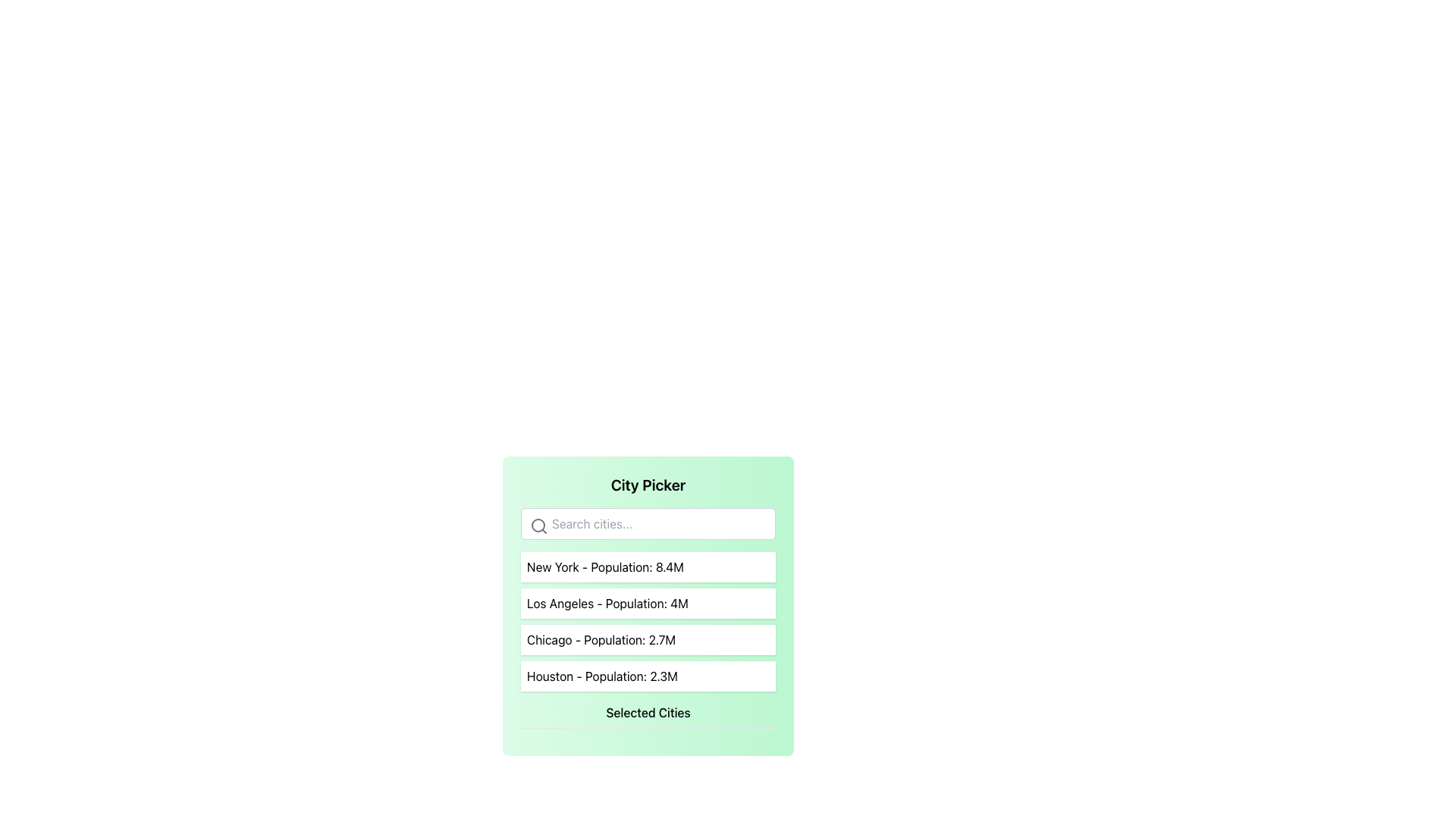 This screenshot has width=1456, height=819. I want to click on the informational list item displaying 'New York' and its population, so click(648, 567).